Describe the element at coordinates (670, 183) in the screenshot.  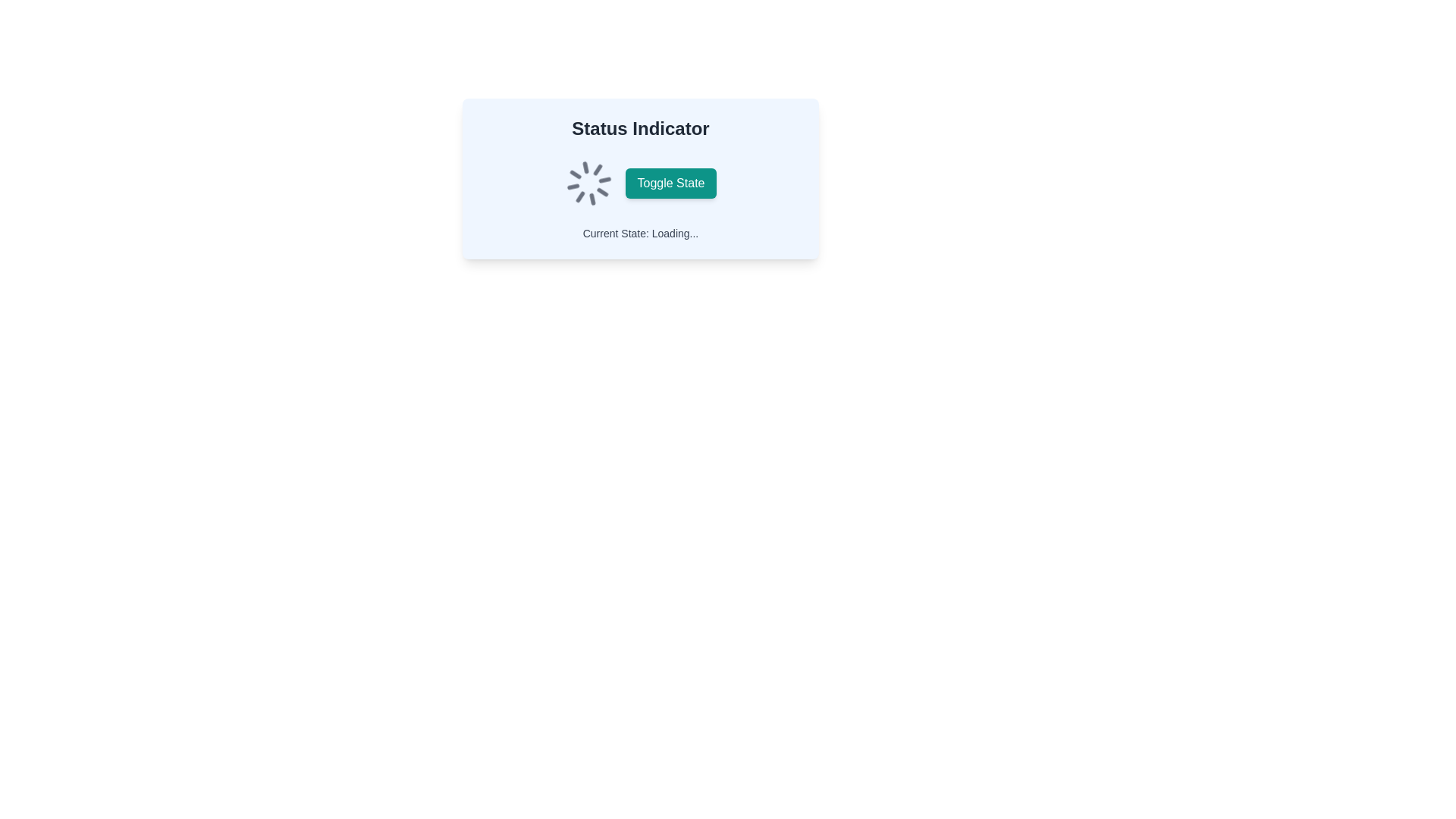
I see `the toggle button located to the right of the spinning loader icon` at that location.